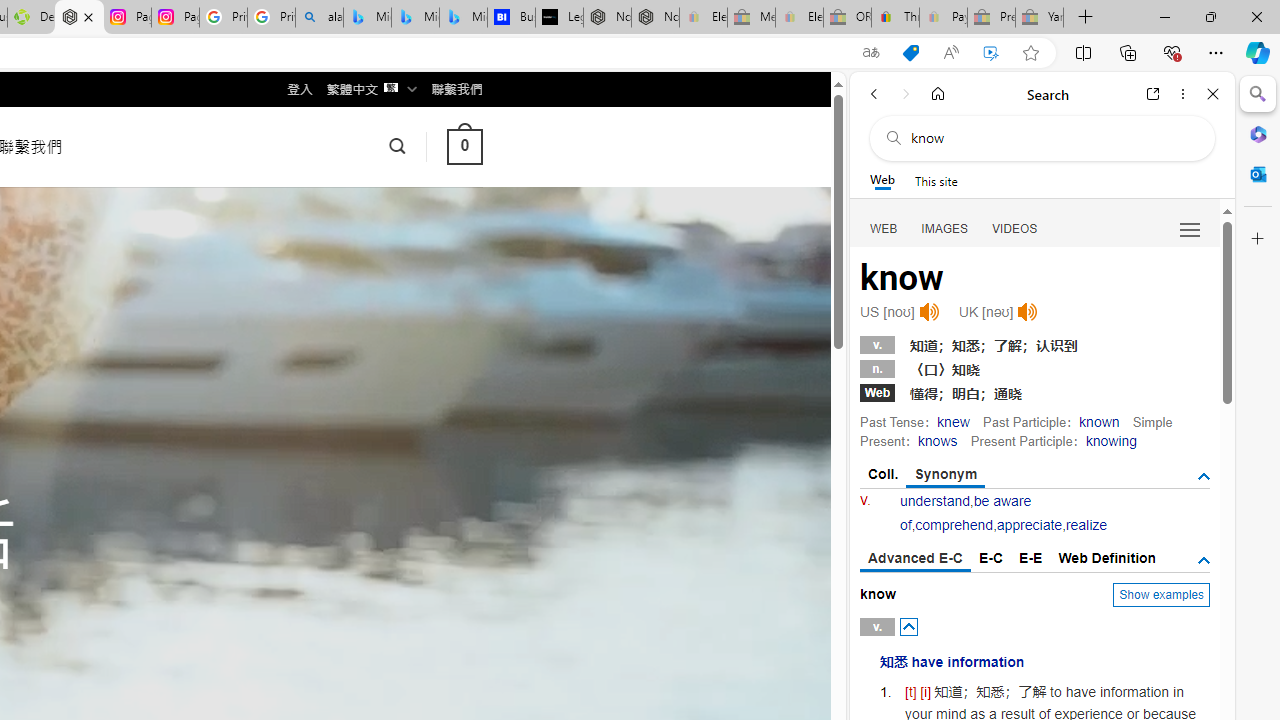  What do you see at coordinates (909, 52) in the screenshot?
I see `'This site has coupons! Shopping in Microsoft Edge'` at bounding box center [909, 52].